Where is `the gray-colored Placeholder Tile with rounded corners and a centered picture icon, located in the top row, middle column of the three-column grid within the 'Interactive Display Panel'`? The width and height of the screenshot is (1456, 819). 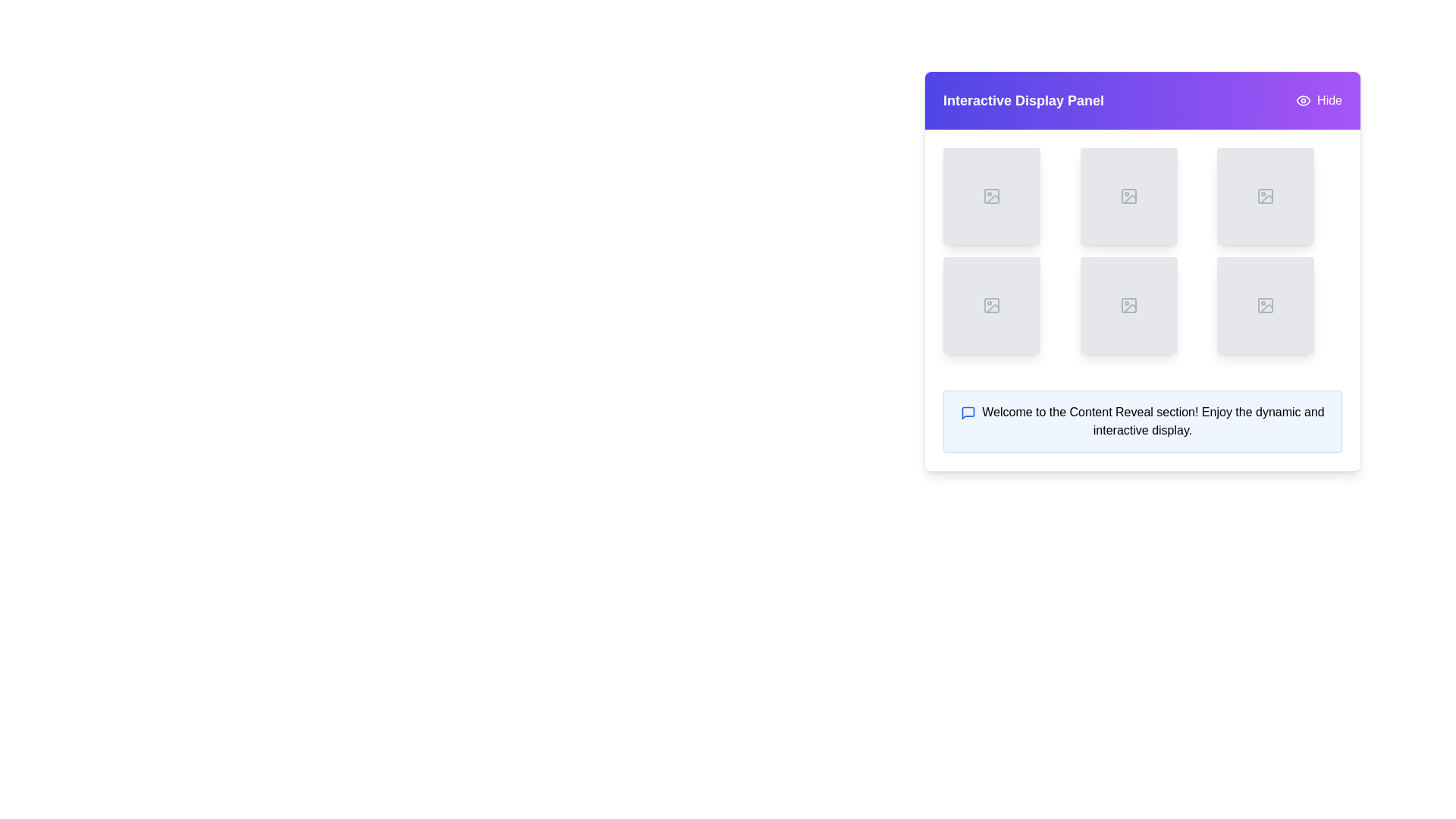
the gray-colored Placeholder Tile with rounded corners and a centered picture icon, located in the top row, middle column of the three-column grid within the 'Interactive Display Panel' is located at coordinates (1128, 195).